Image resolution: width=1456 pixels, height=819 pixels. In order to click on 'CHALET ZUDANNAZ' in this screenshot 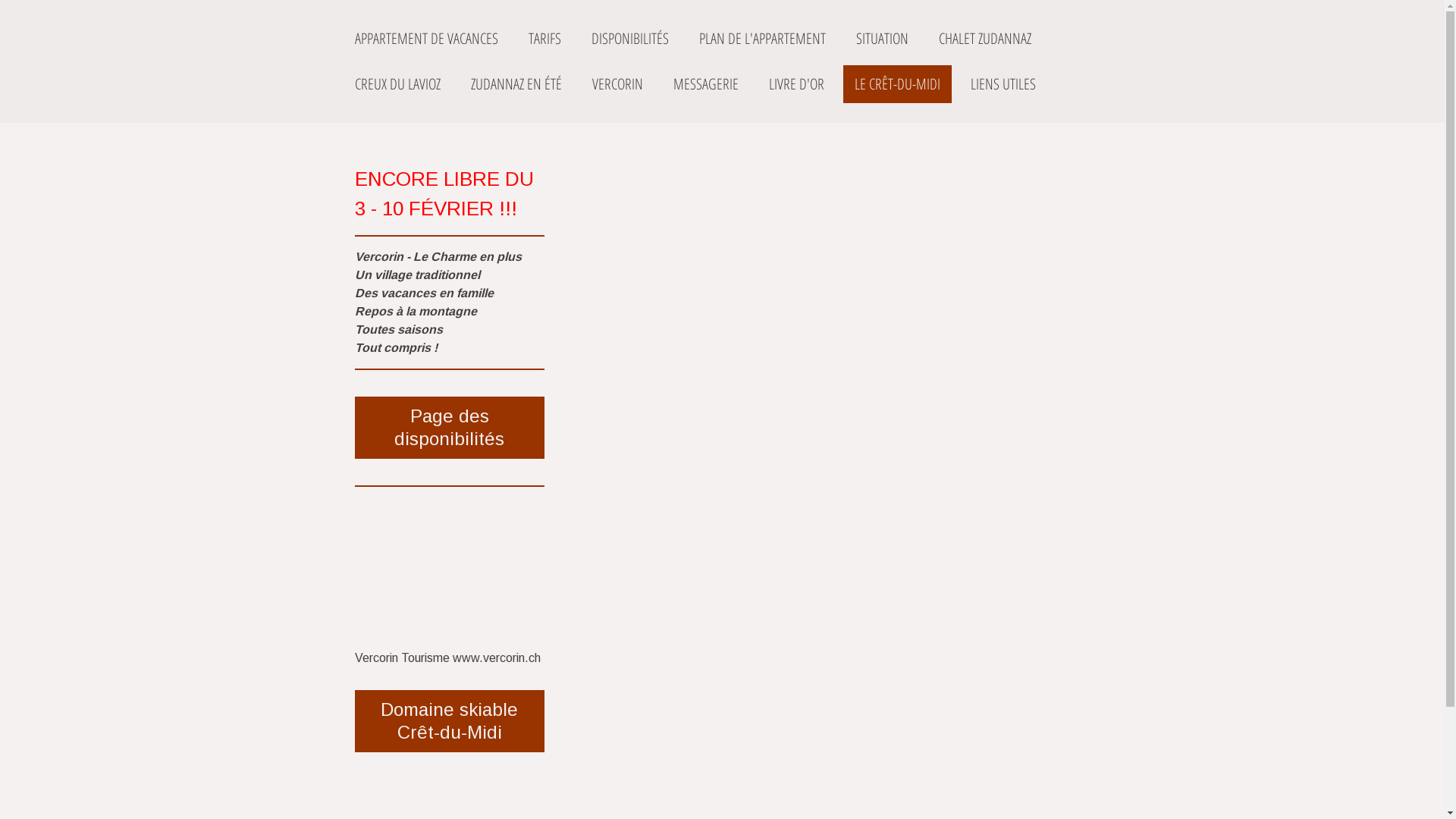, I will do `click(984, 37)`.